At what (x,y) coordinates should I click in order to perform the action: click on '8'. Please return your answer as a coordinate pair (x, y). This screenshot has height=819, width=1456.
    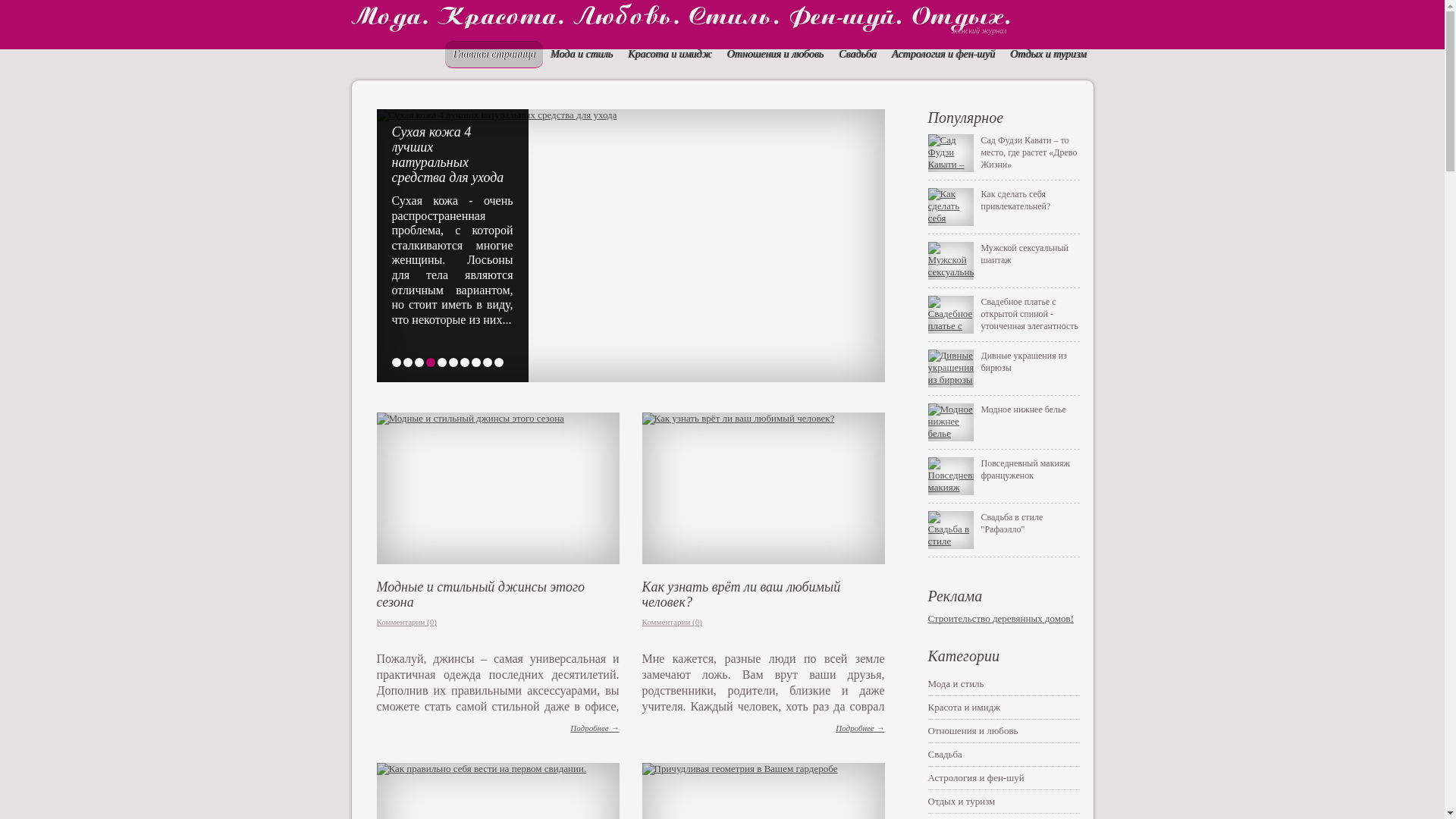
    Looking at the image, I should click on (471, 362).